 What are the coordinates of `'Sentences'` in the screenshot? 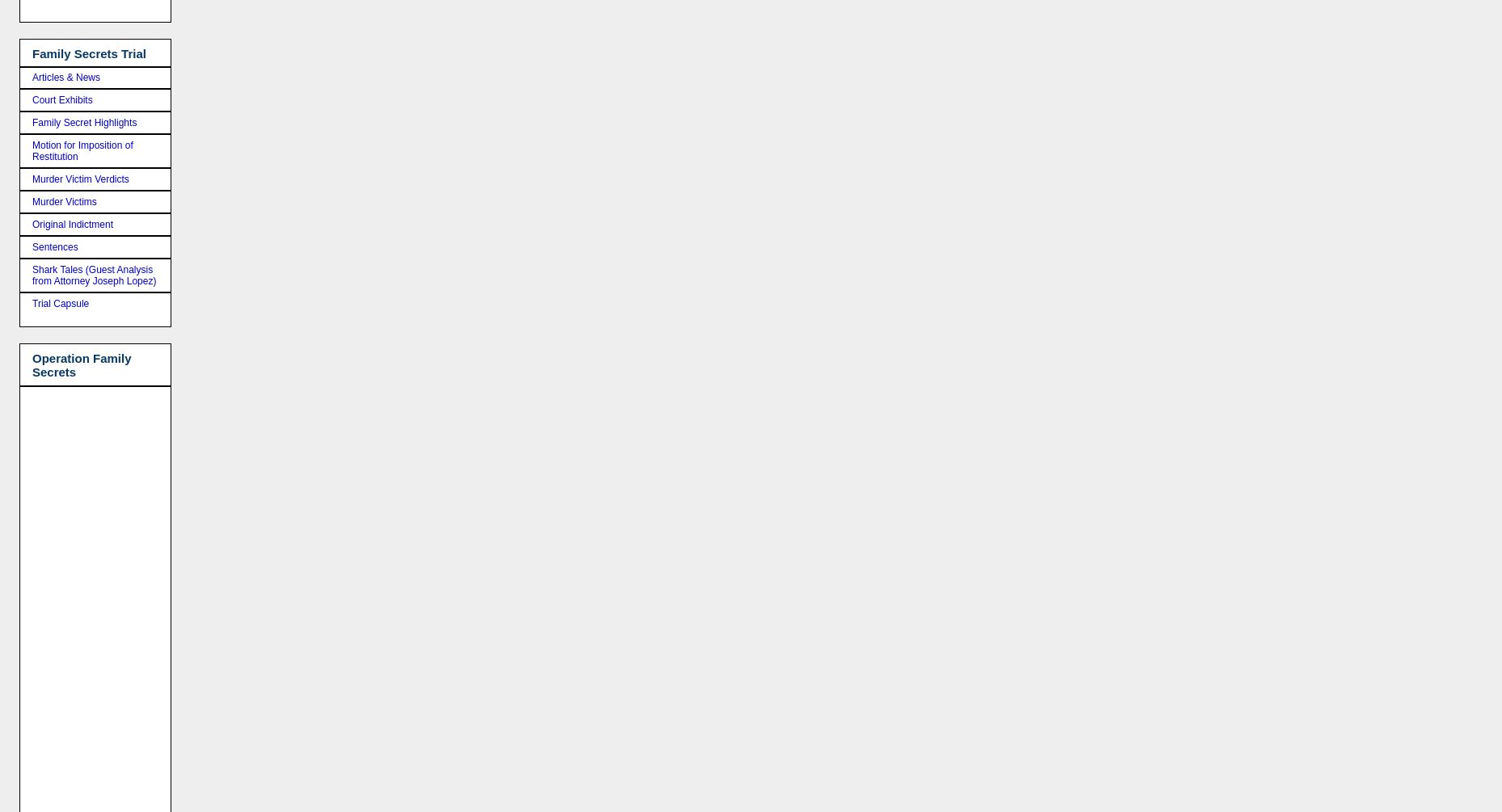 It's located at (54, 246).